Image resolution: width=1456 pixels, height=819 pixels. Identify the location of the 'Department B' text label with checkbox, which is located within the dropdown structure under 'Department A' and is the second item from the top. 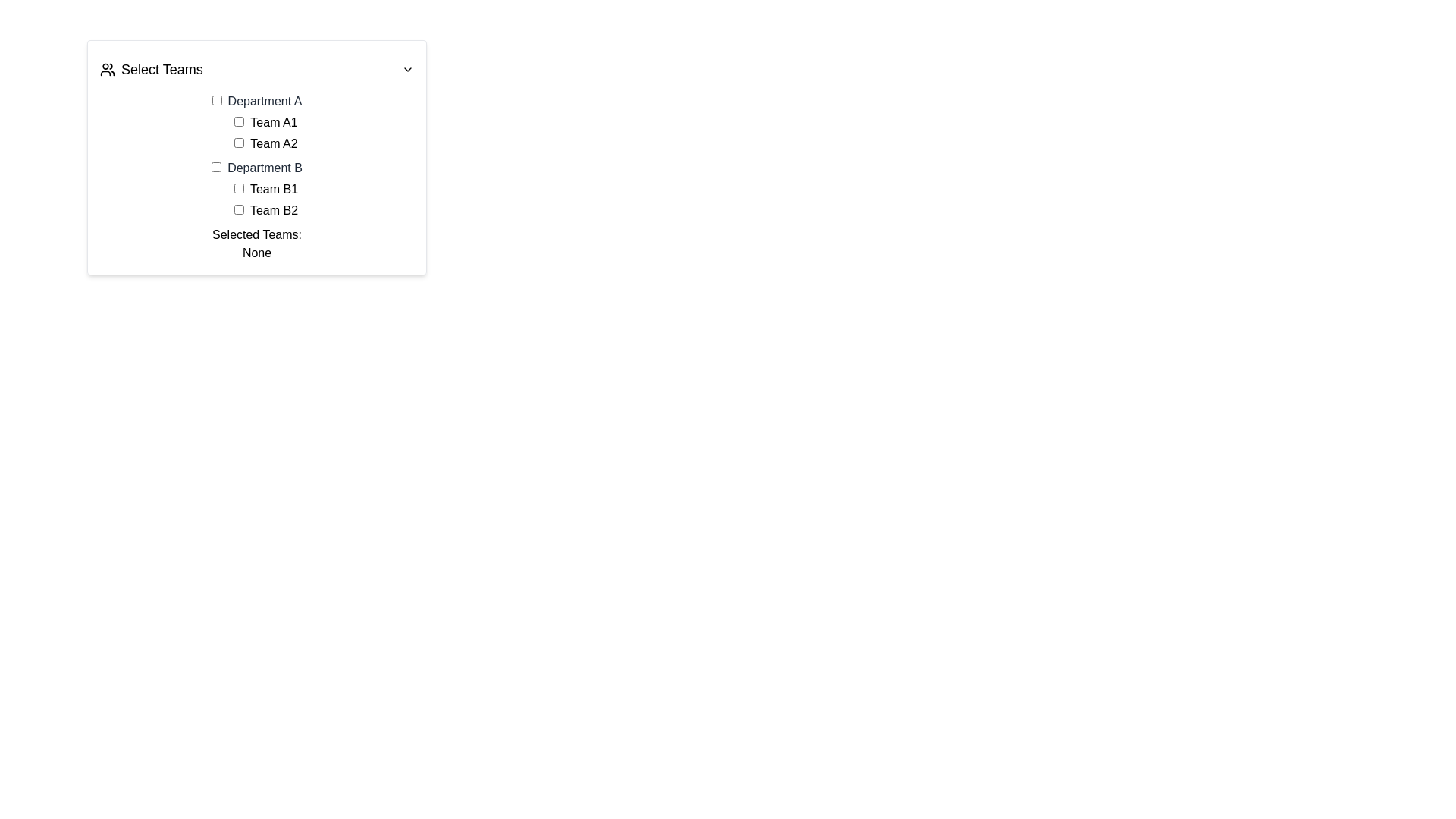
(257, 168).